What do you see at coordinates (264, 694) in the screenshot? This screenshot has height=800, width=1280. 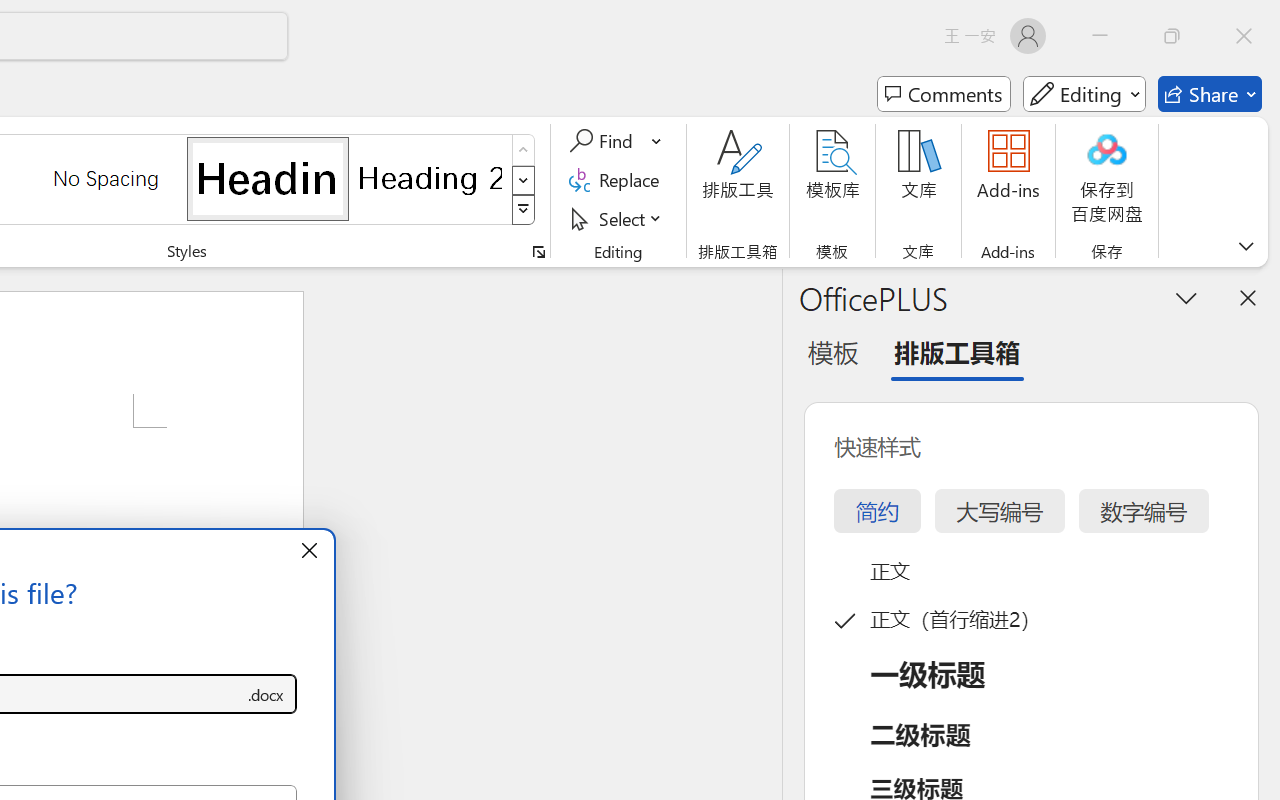 I see `'Save as type'` at bounding box center [264, 694].